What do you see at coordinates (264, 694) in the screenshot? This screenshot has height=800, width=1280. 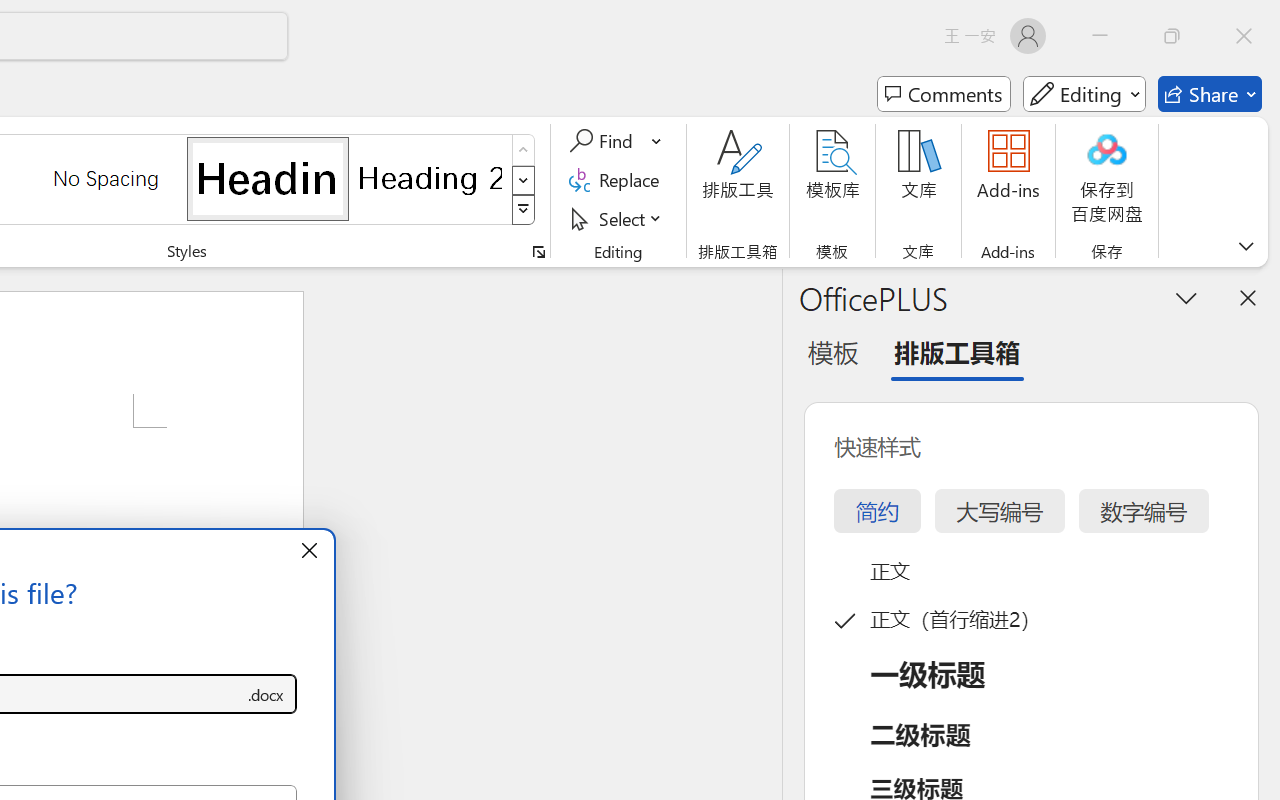 I see `'Save as type'` at bounding box center [264, 694].